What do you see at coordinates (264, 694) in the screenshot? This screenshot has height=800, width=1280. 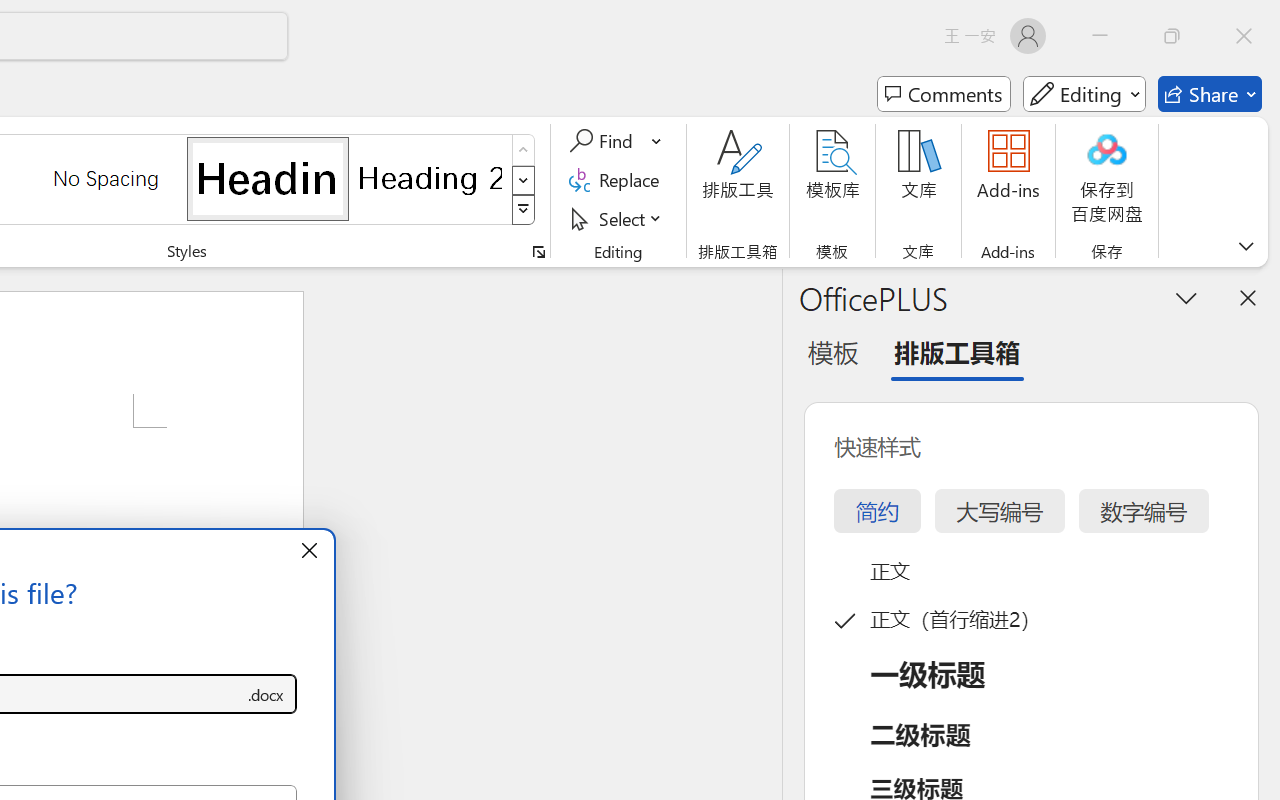 I see `'Save as type'` at bounding box center [264, 694].